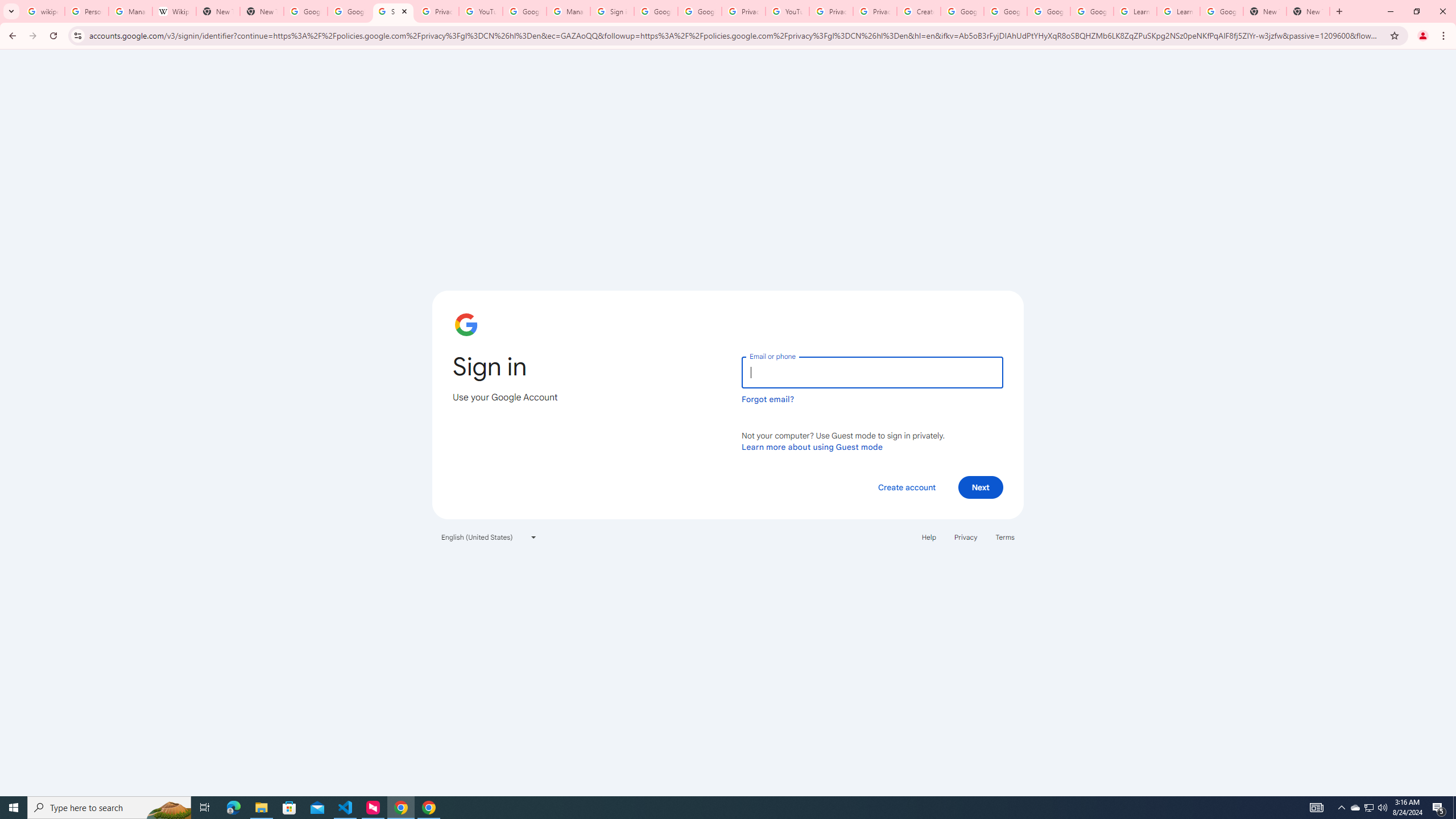 Image resolution: width=1456 pixels, height=819 pixels. I want to click on 'New Tab', so click(1308, 11).